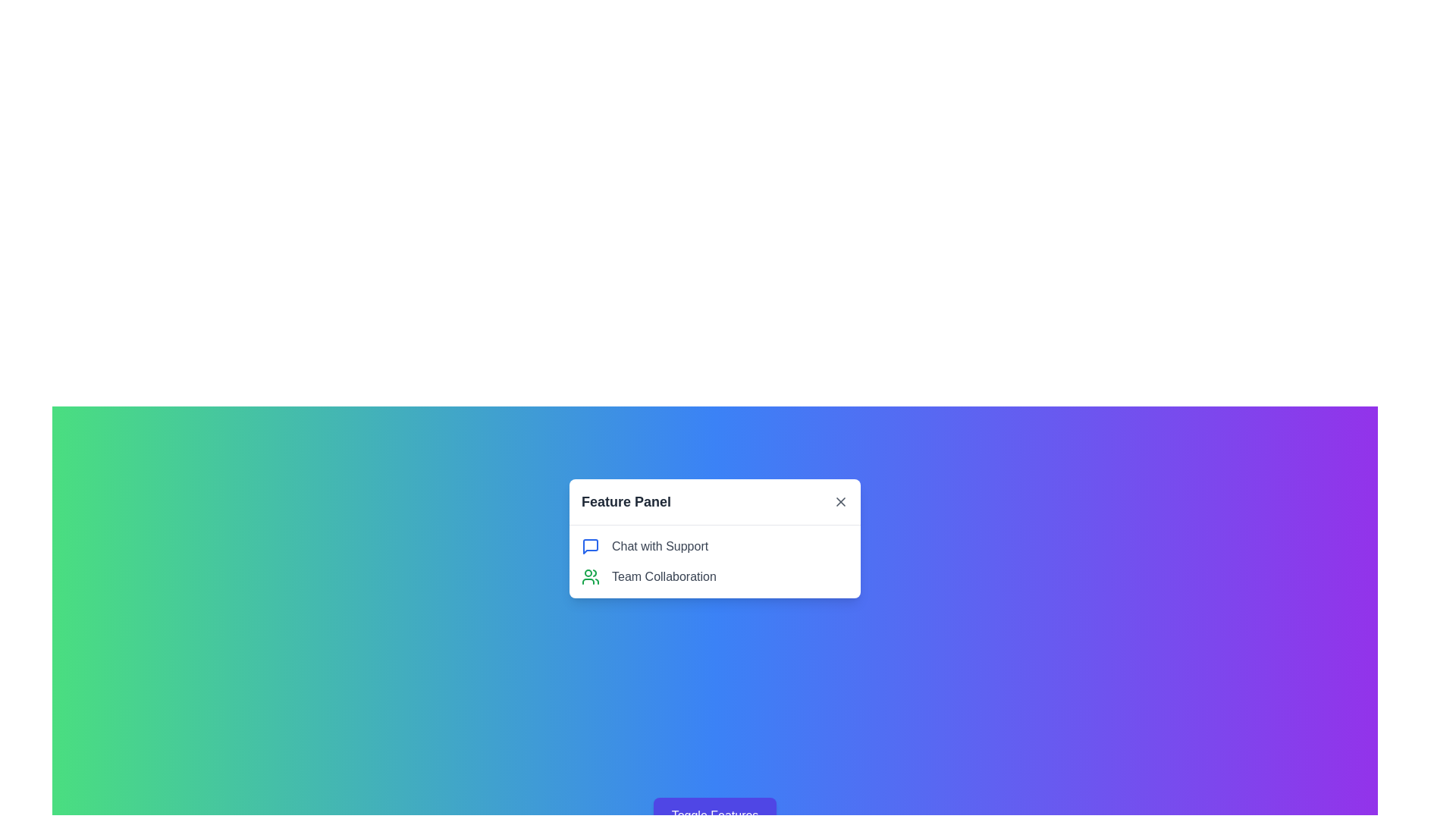 The height and width of the screenshot is (819, 1456). Describe the element at coordinates (714, 561) in the screenshot. I see `the Grouped selectable items with icons and labels in the Feature Panel, which includes 'Chat with Support' and 'Team Collaboration'` at that location.